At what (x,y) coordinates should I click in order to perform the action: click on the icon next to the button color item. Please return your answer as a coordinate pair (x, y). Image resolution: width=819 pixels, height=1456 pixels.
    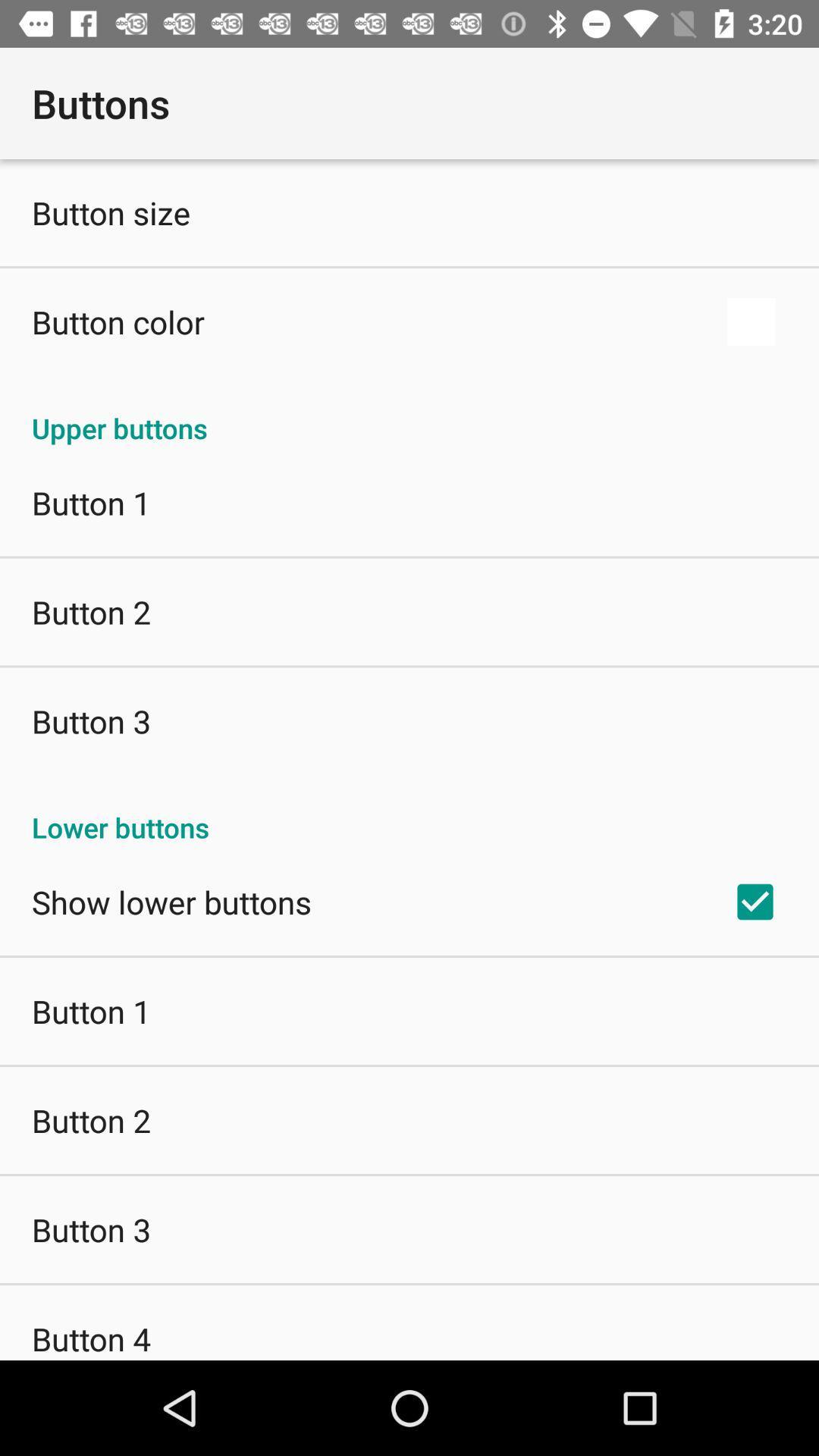
    Looking at the image, I should click on (751, 321).